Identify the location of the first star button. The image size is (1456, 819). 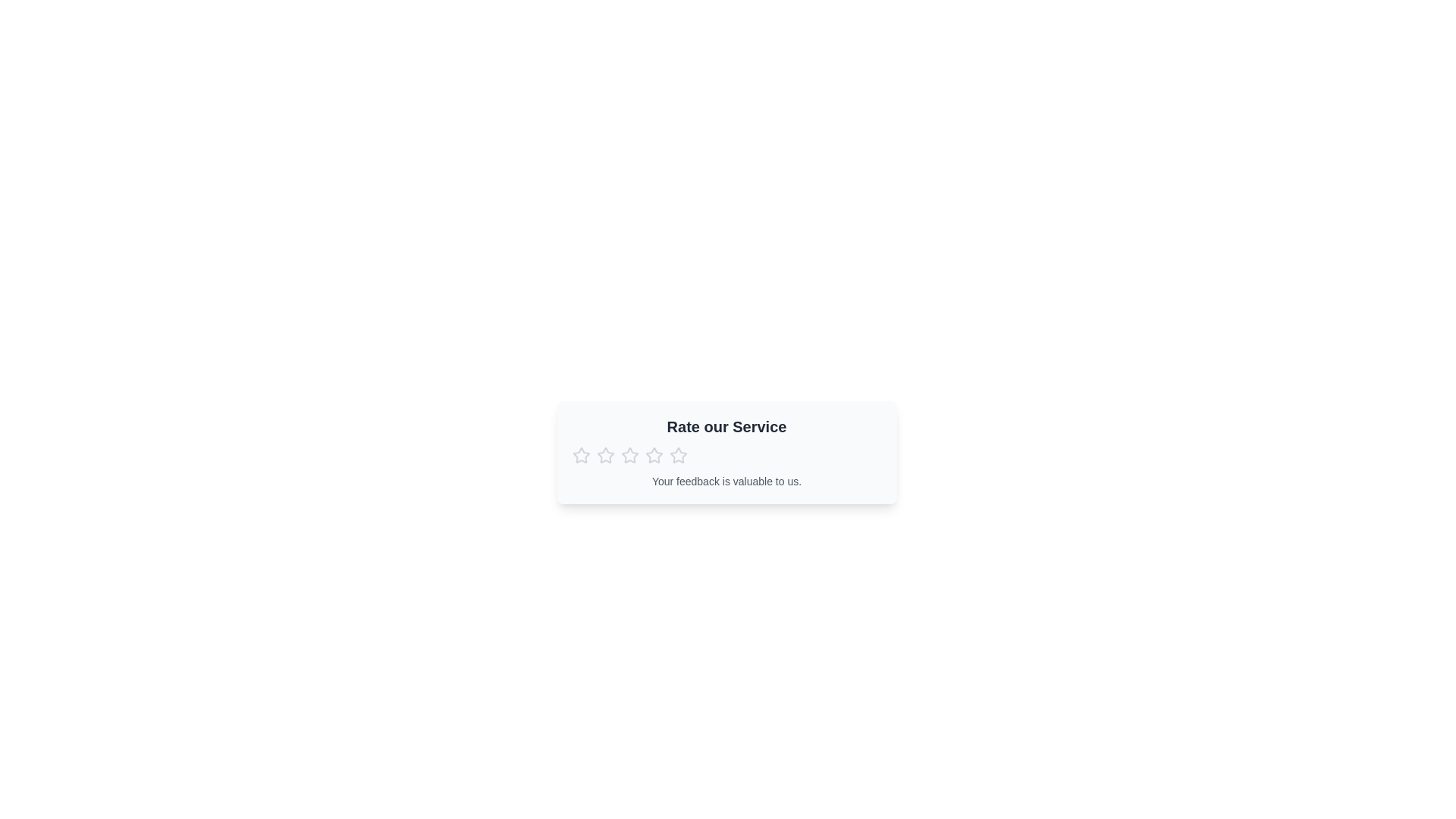
(580, 455).